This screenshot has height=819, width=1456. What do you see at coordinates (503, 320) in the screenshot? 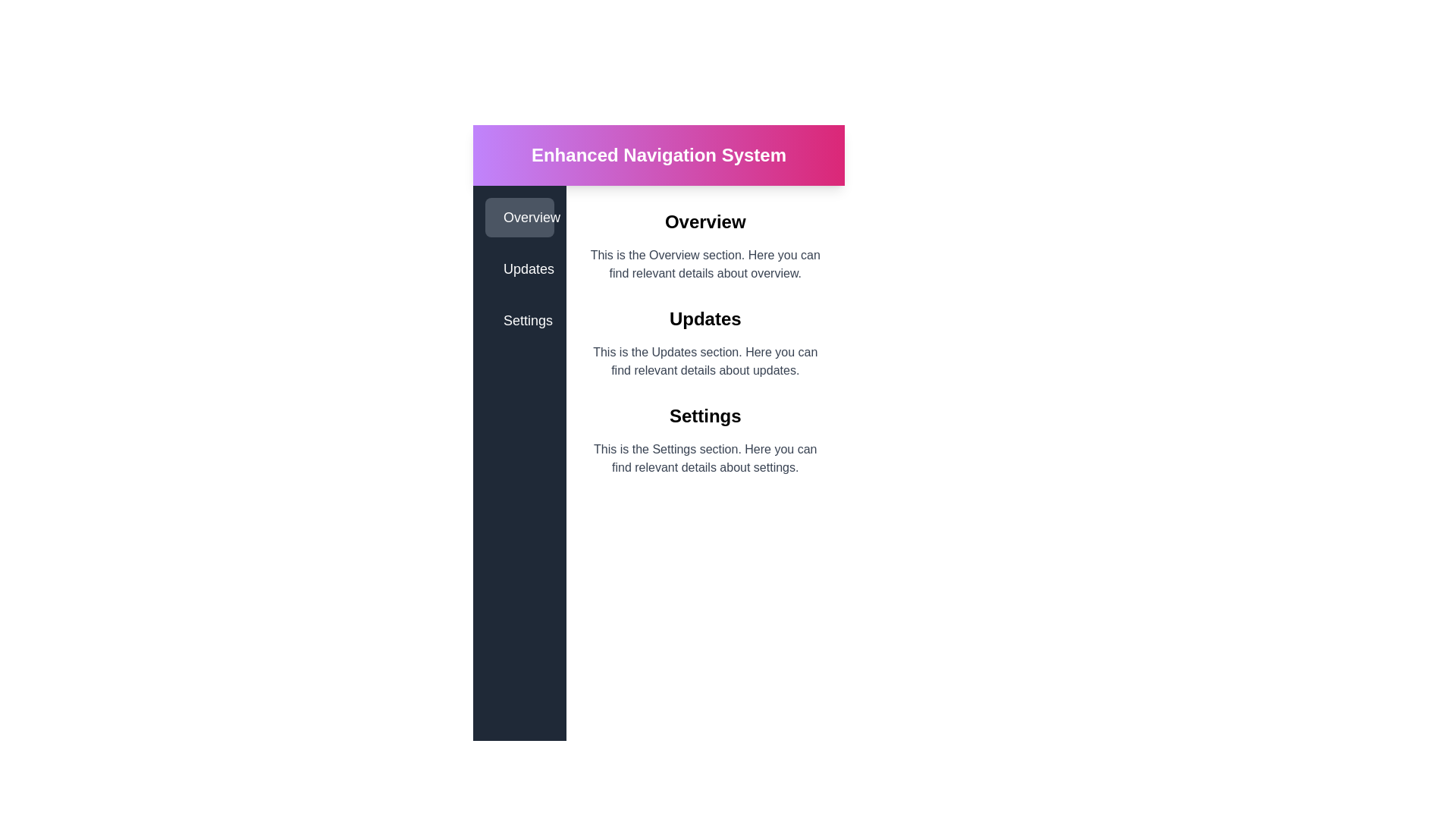
I see `the small gear icon representing settings, located in the vertical sidebar on the left side of the interface, next to the 'Settings' menu item` at bounding box center [503, 320].